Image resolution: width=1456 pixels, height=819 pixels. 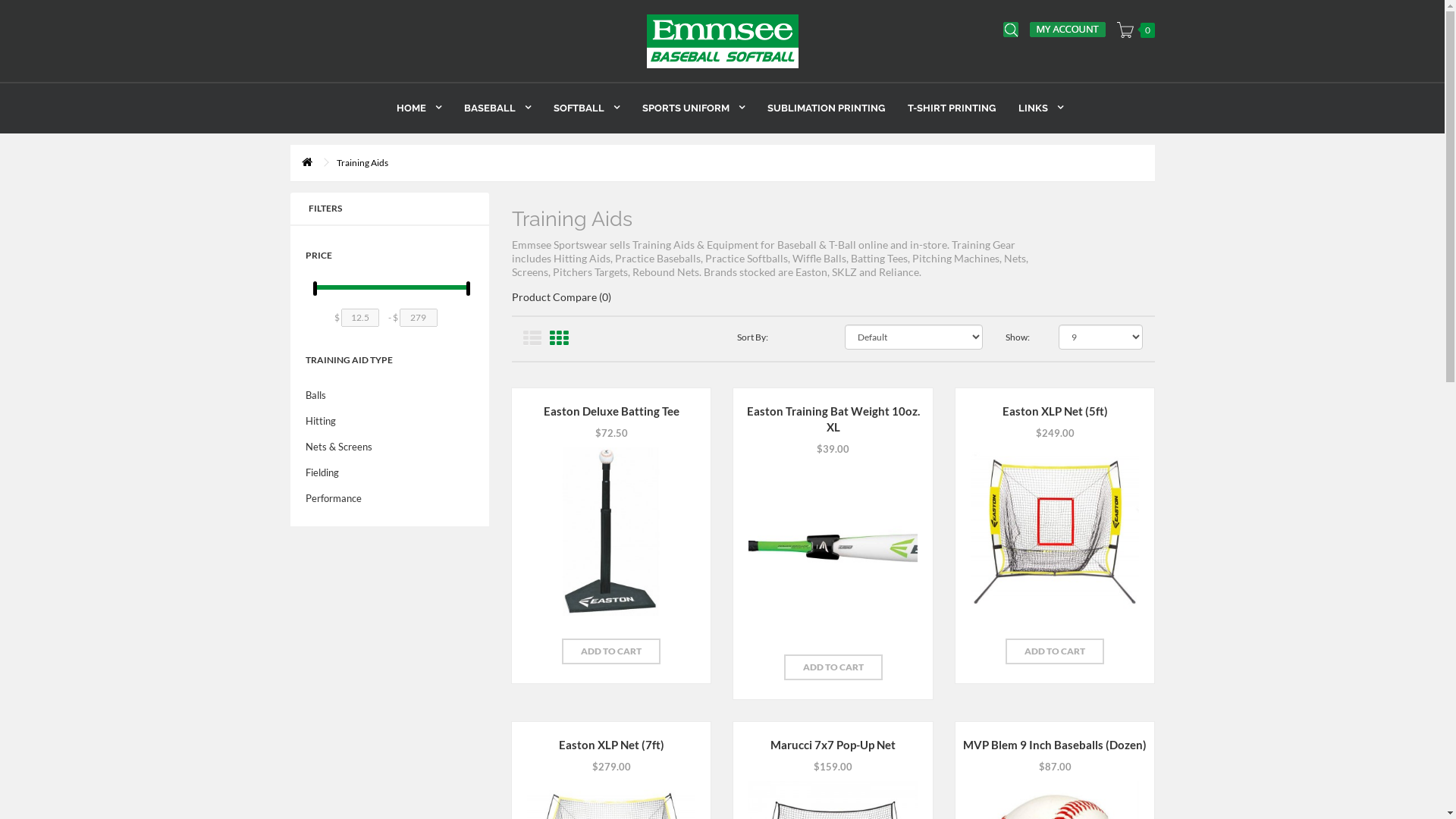 What do you see at coordinates (389, 446) in the screenshot?
I see `'Nets & Screens'` at bounding box center [389, 446].